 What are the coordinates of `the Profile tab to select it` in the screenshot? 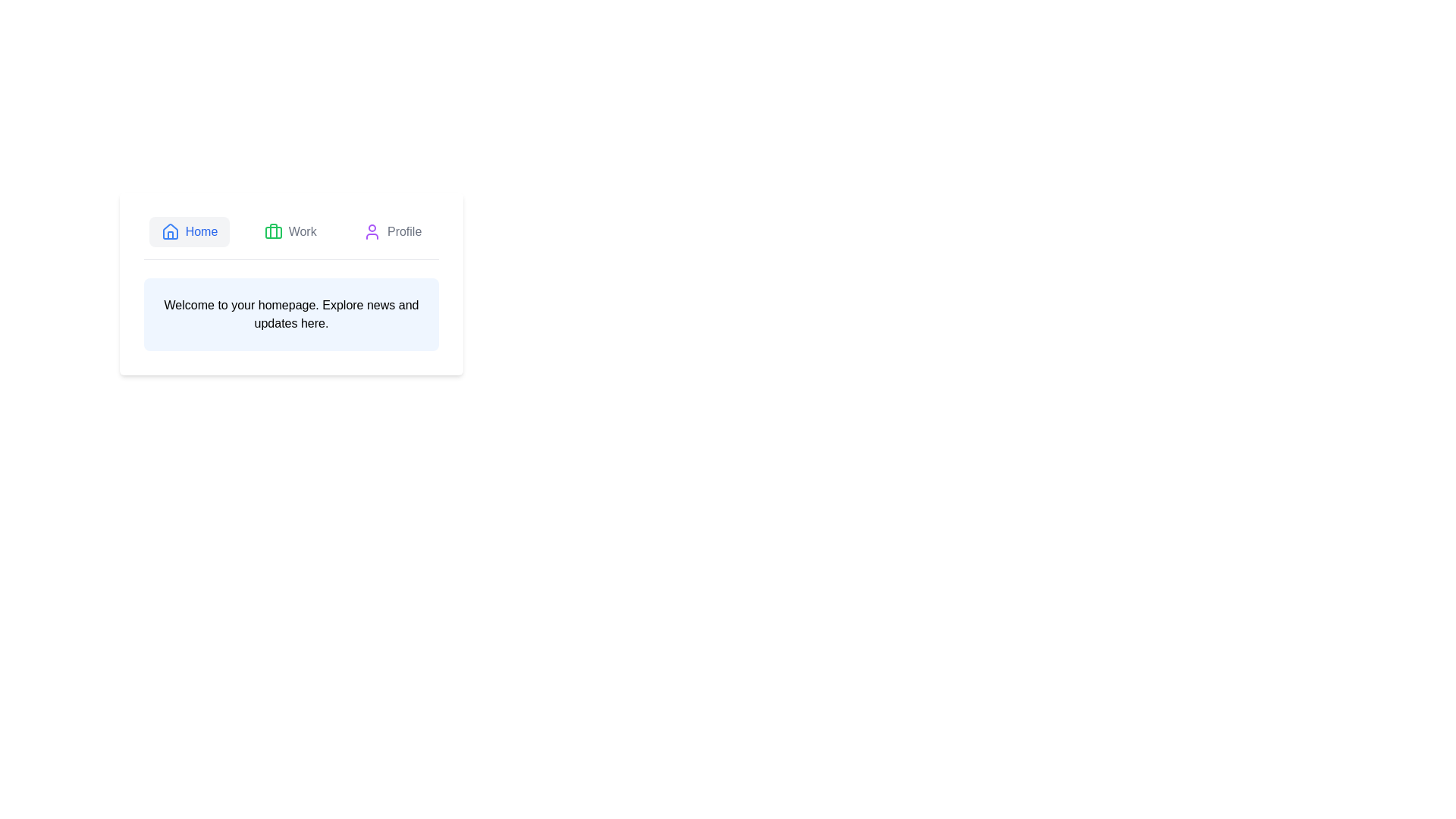 It's located at (392, 231).